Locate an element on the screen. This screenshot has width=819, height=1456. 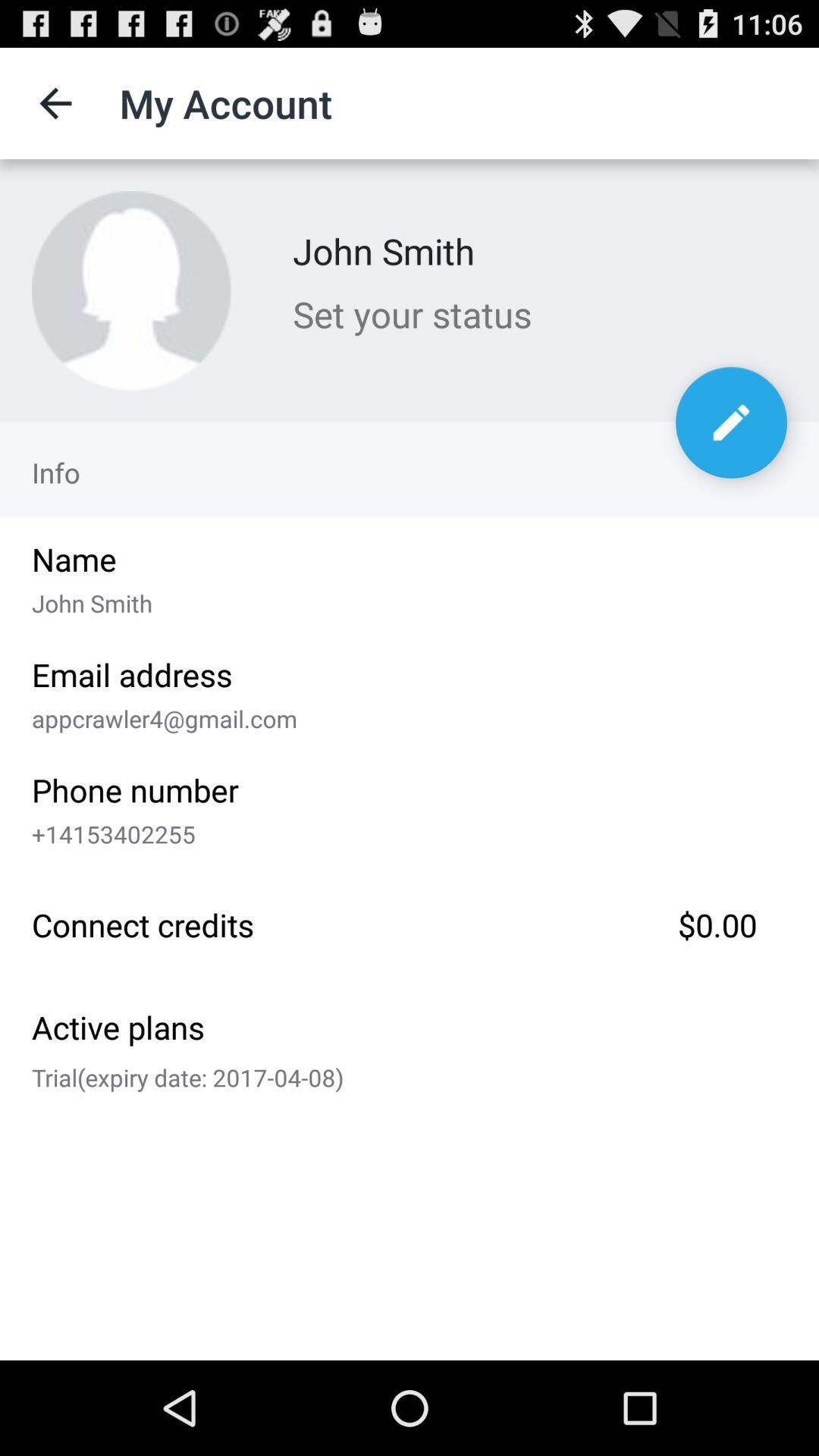
item to the left of my account item is located at coordinates (55, 102).